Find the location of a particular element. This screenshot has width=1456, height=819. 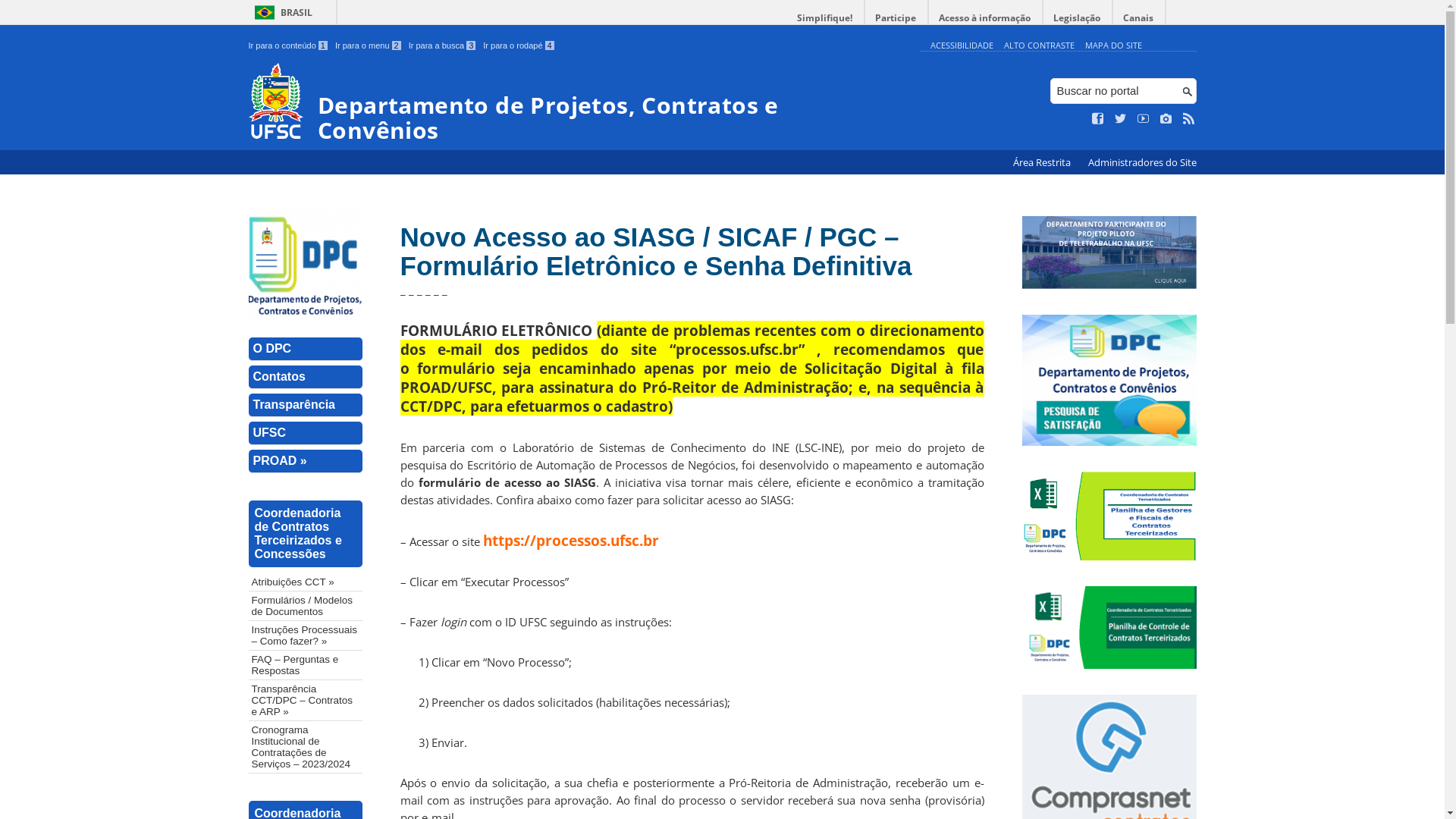

'Siga no Twitter' is located at coordinates (1121, 118).